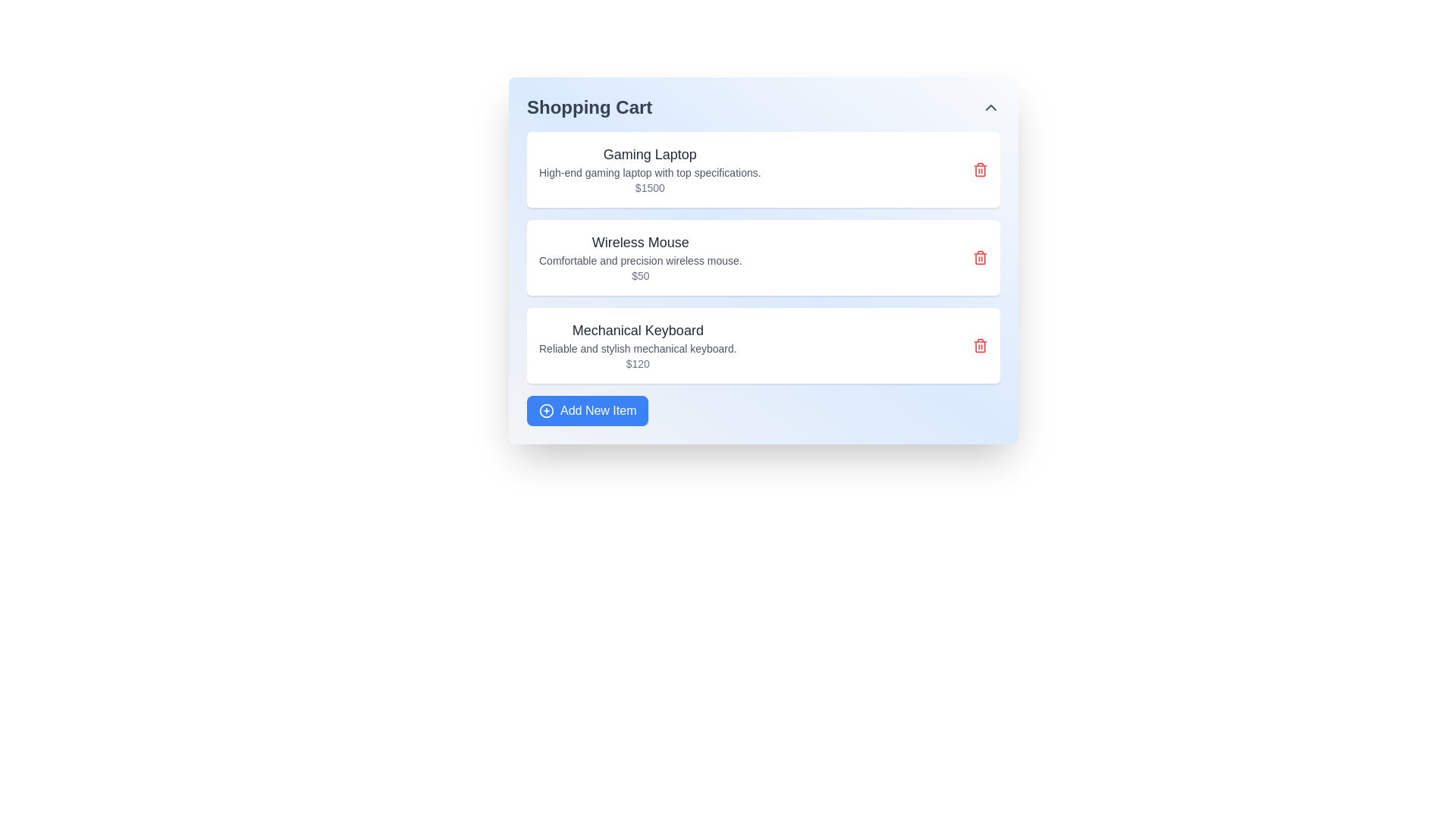 The width and height of the screenshot is (1456, 819). I want to click on product details displayed in the informational area of the mechanical keyboard, which is the content area within the third item of the shopping cart list, located below the 'Wireless Mouse' item, so click(638, 345).